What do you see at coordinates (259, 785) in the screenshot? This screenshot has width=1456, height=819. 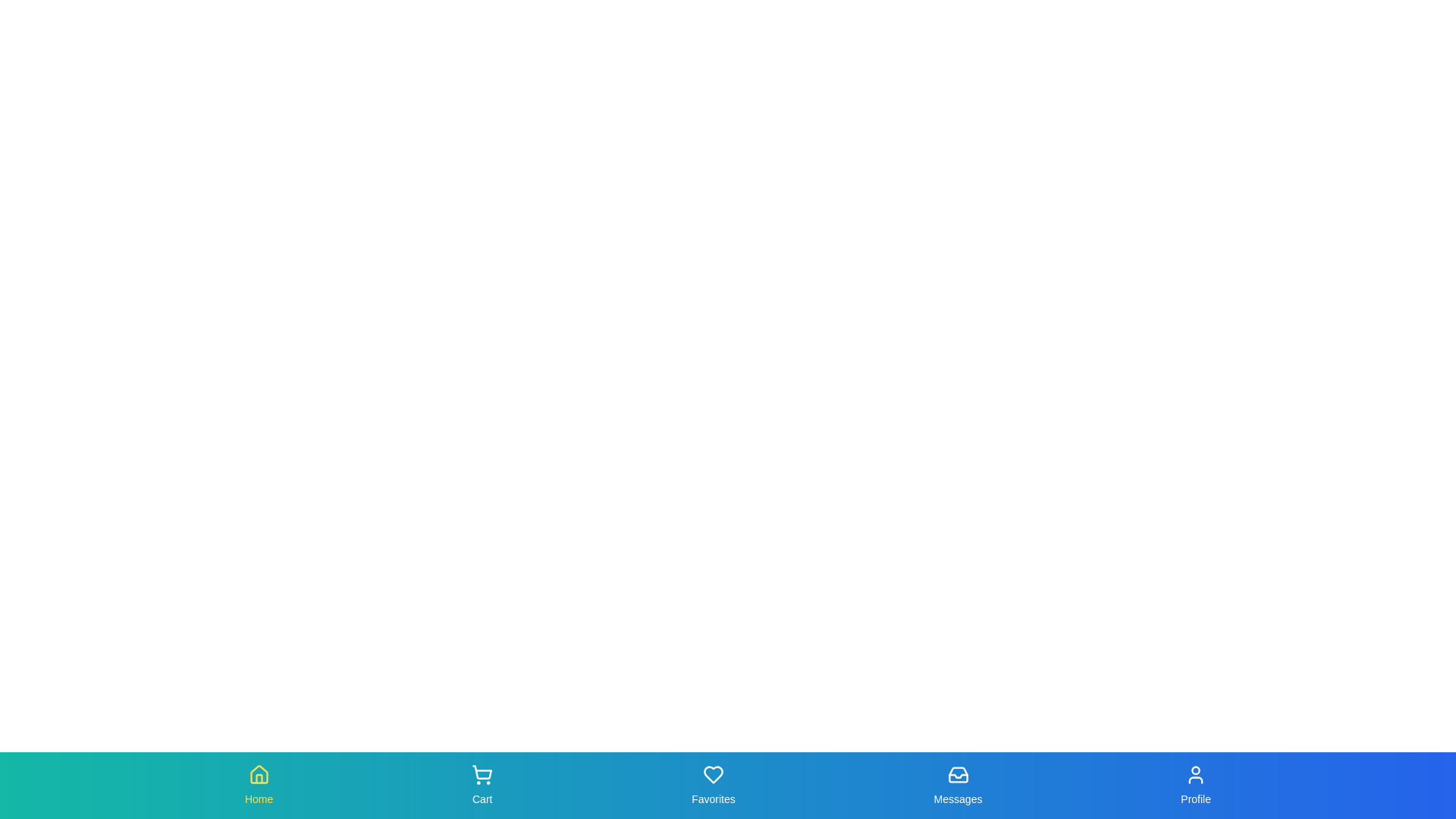 I see `the Home tab in the bottom navigation bar` at bounding box center [259, 785].